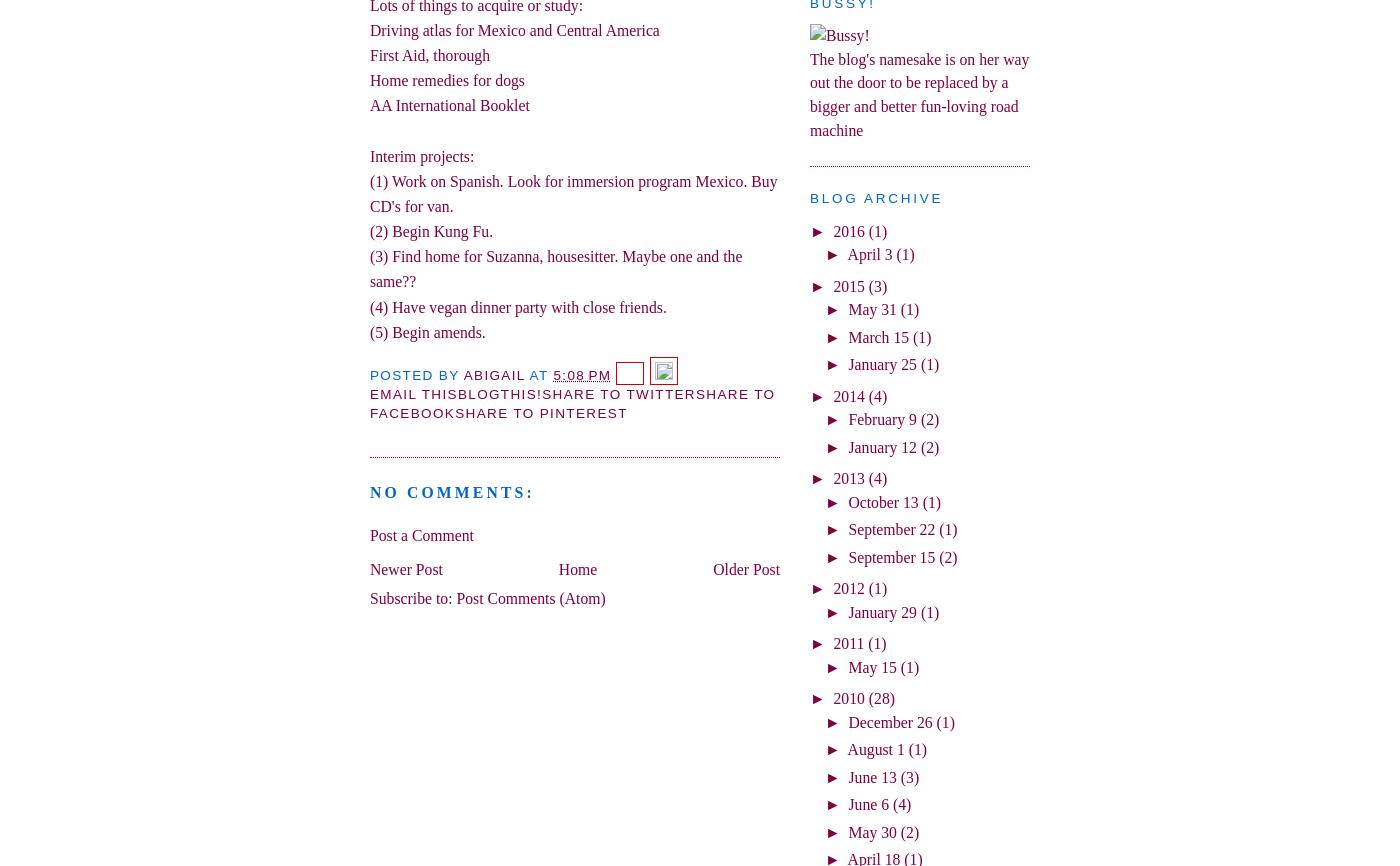  What do you see at coordinates (618, 392) in the screenshot?
I see `'Share to Twitter'` at bounding box center [618, 392].